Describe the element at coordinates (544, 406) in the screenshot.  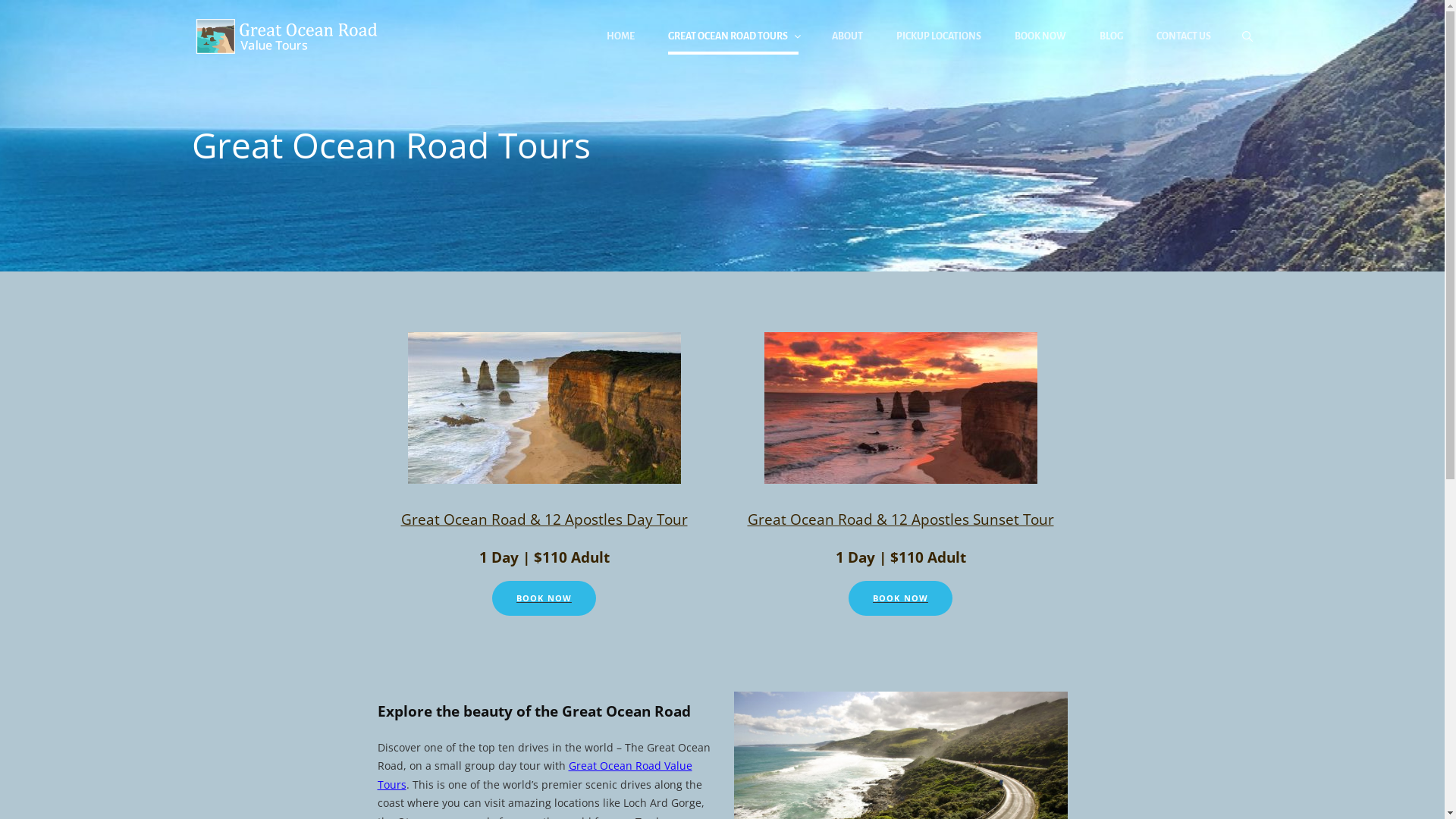
I see `'Twelve_Apostles'` at that location.